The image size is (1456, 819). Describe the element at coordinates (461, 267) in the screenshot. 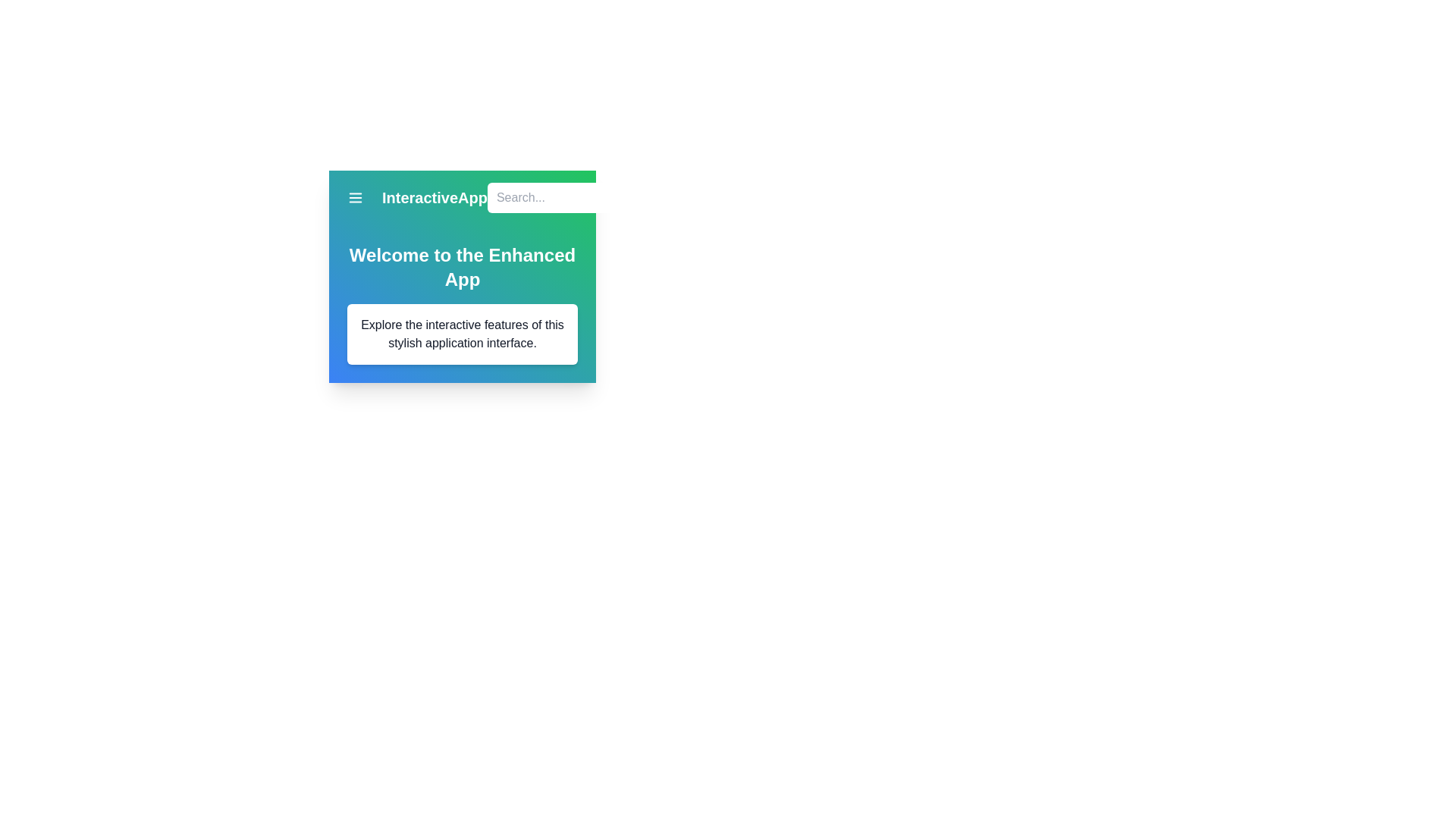

I see `the word 'Enhanced' in the text` at that location.